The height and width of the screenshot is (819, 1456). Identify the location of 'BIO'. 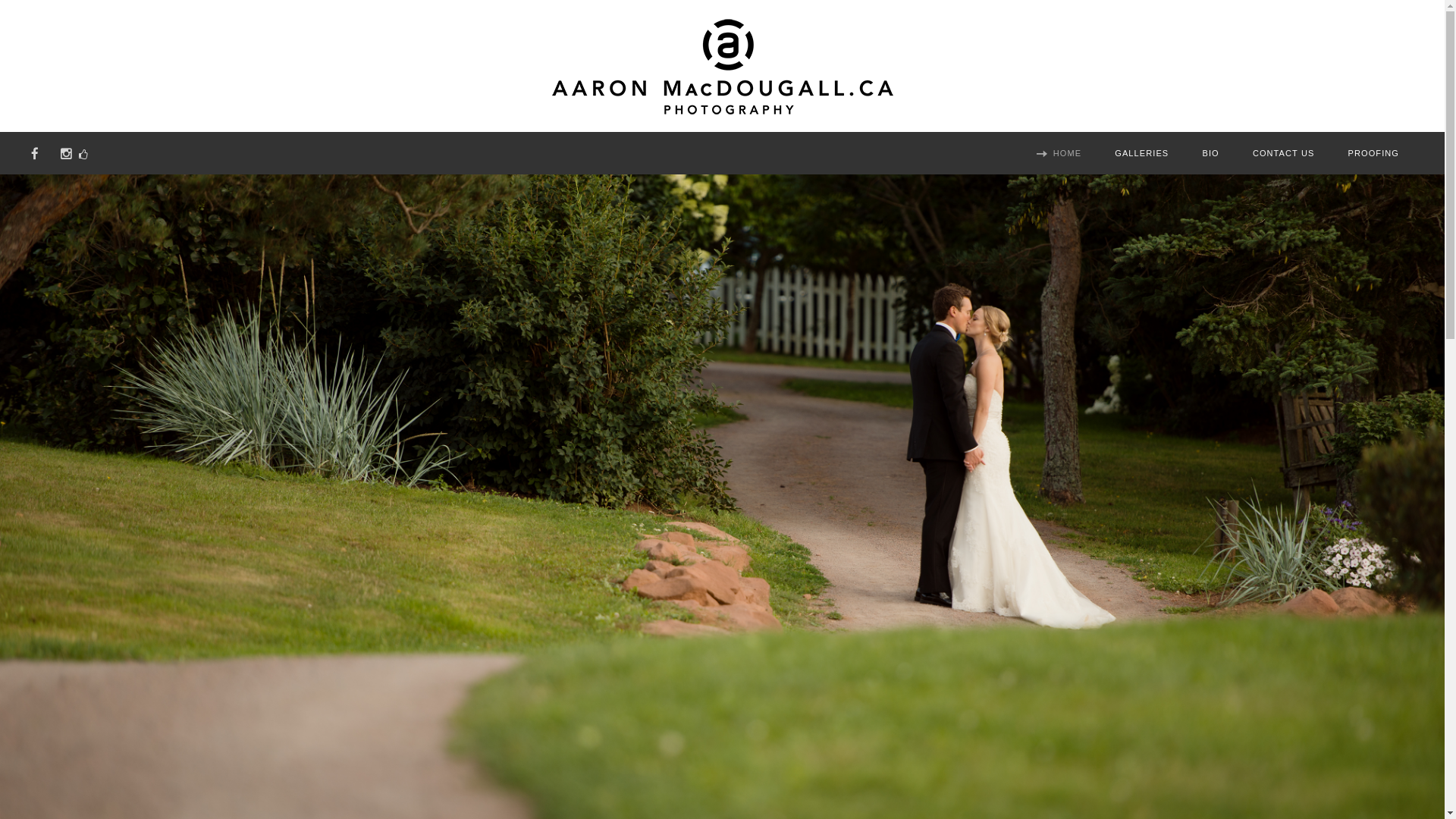
(1211, 155).